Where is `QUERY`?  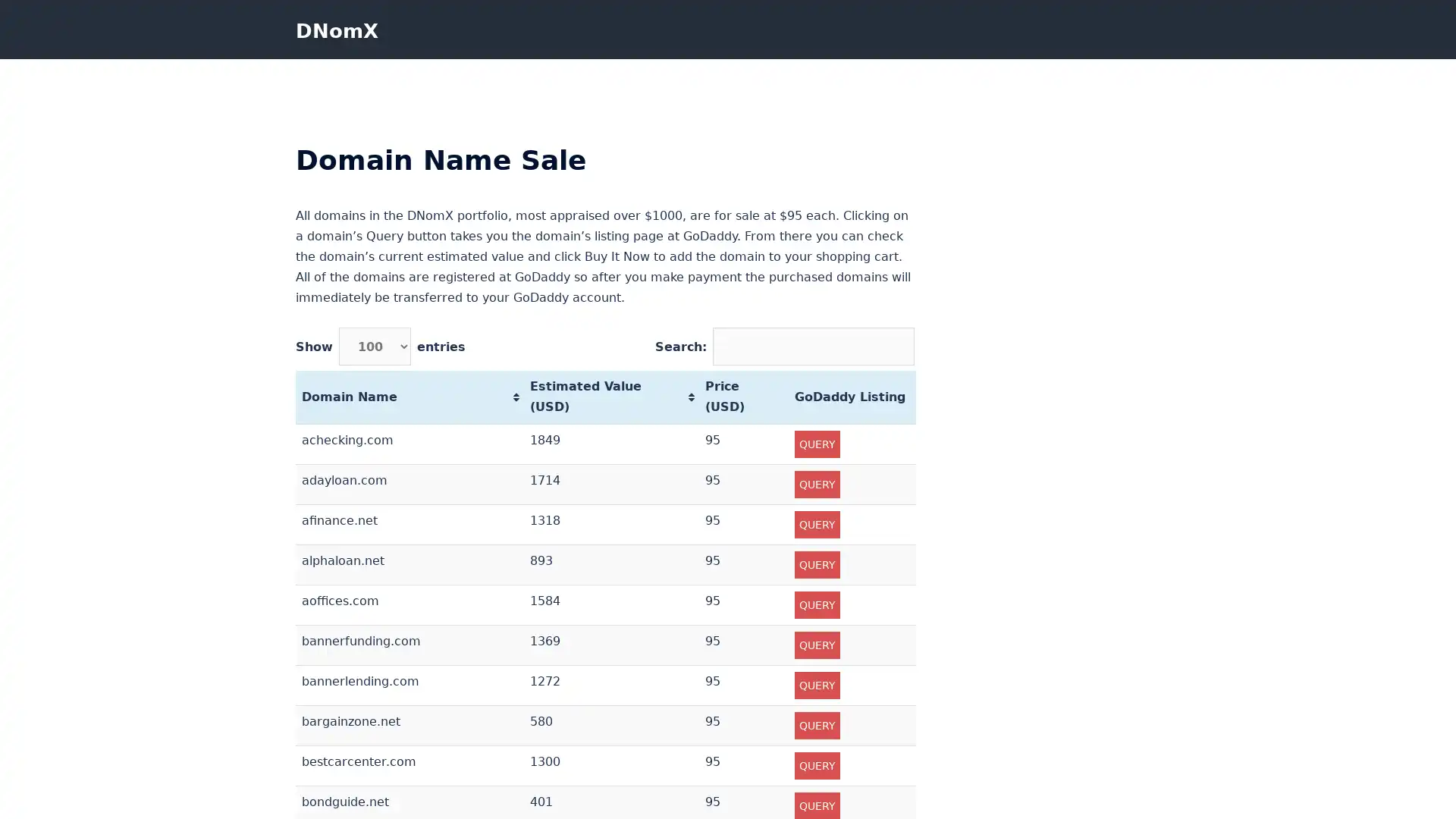 QUERY is located at coordinates (815, 685).